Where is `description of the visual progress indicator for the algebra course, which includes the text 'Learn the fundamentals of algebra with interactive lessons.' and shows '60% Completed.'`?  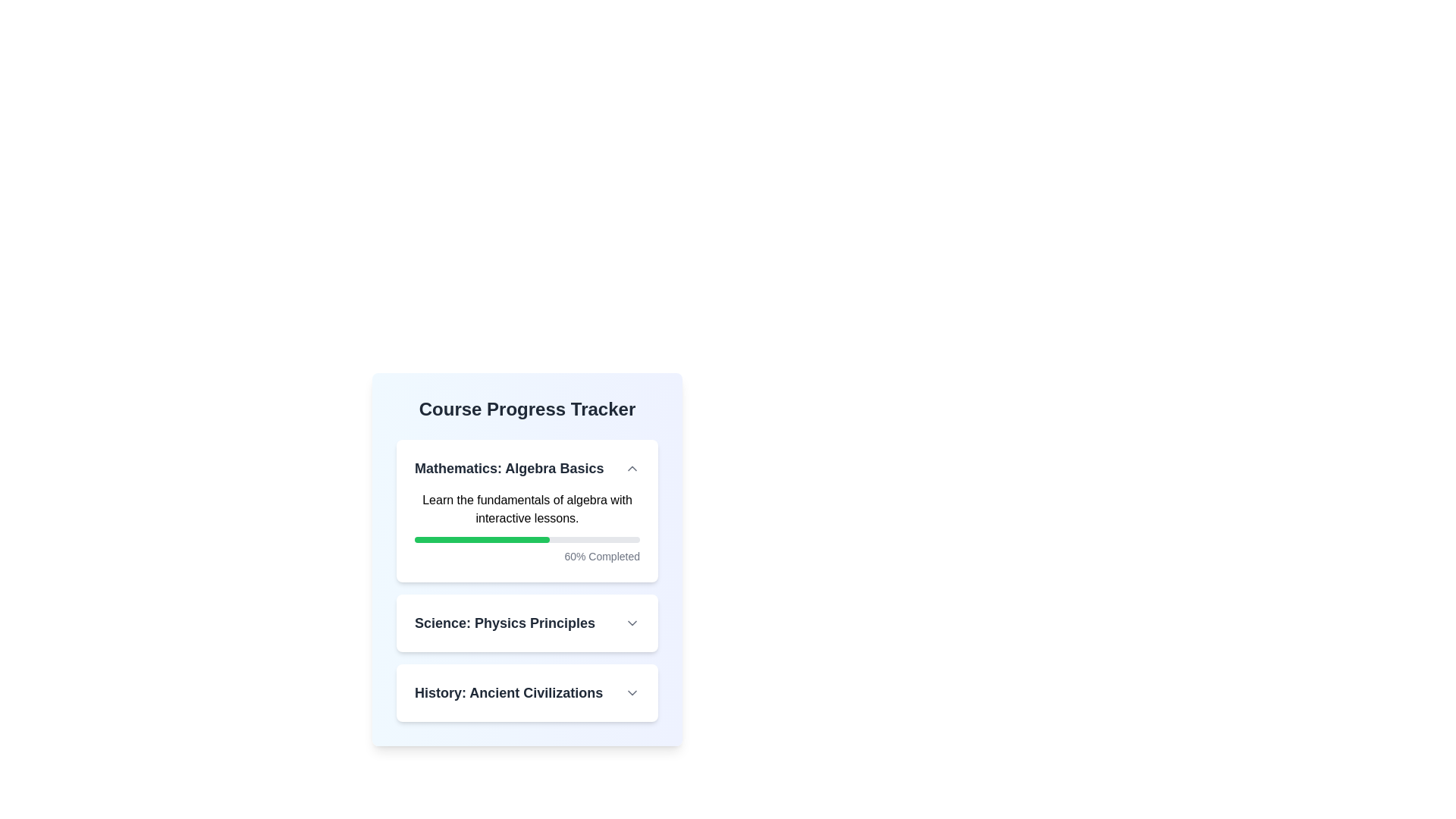 description of the visual progress indicator for the algebra course, which includes the text 'Learn the fundamentals of algebra with interactive lessons.' and shows '60% Completed.' is located at coordinates (527, 526).